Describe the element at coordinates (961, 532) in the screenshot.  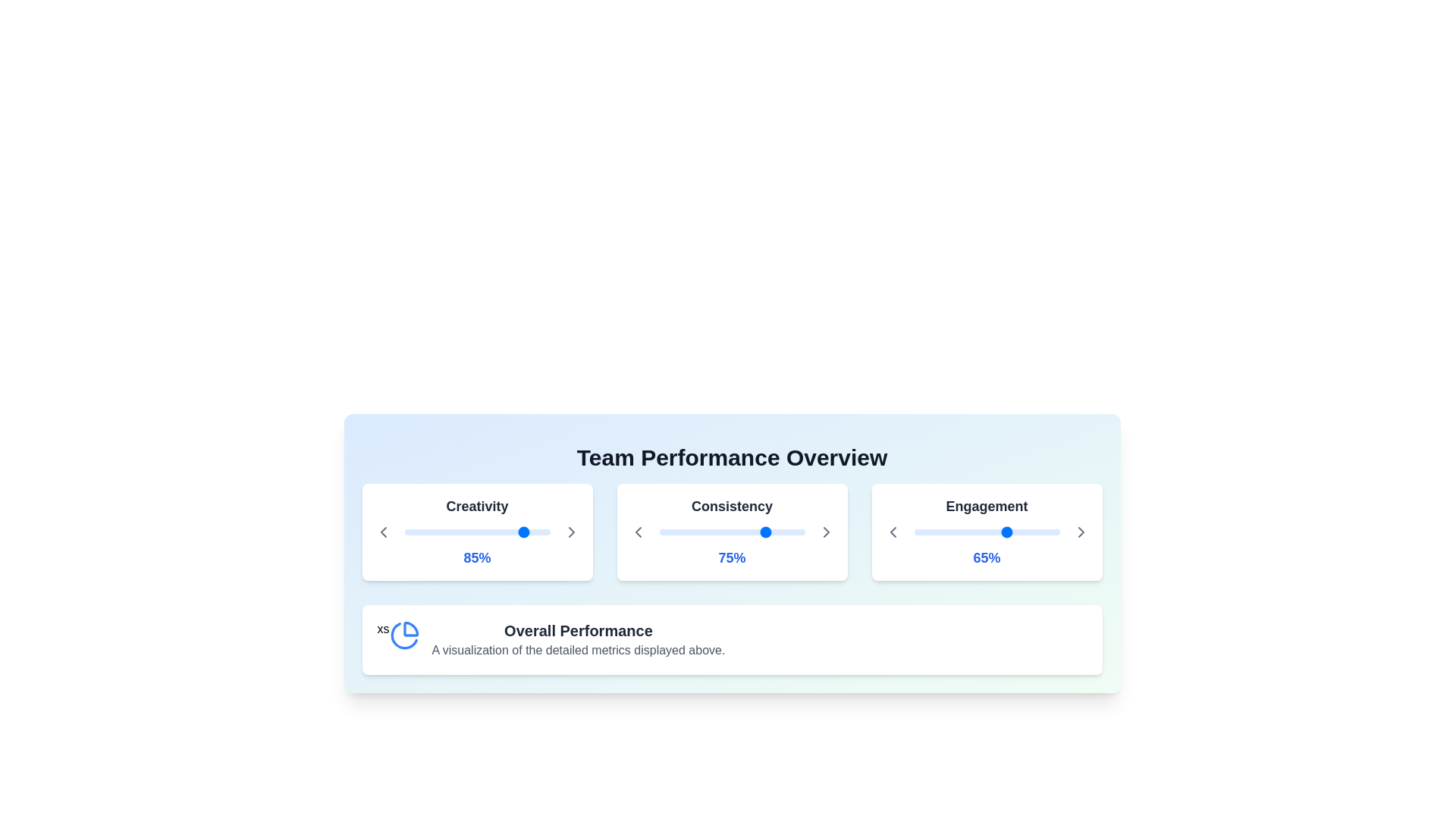
I see `the engagement value` at that location.